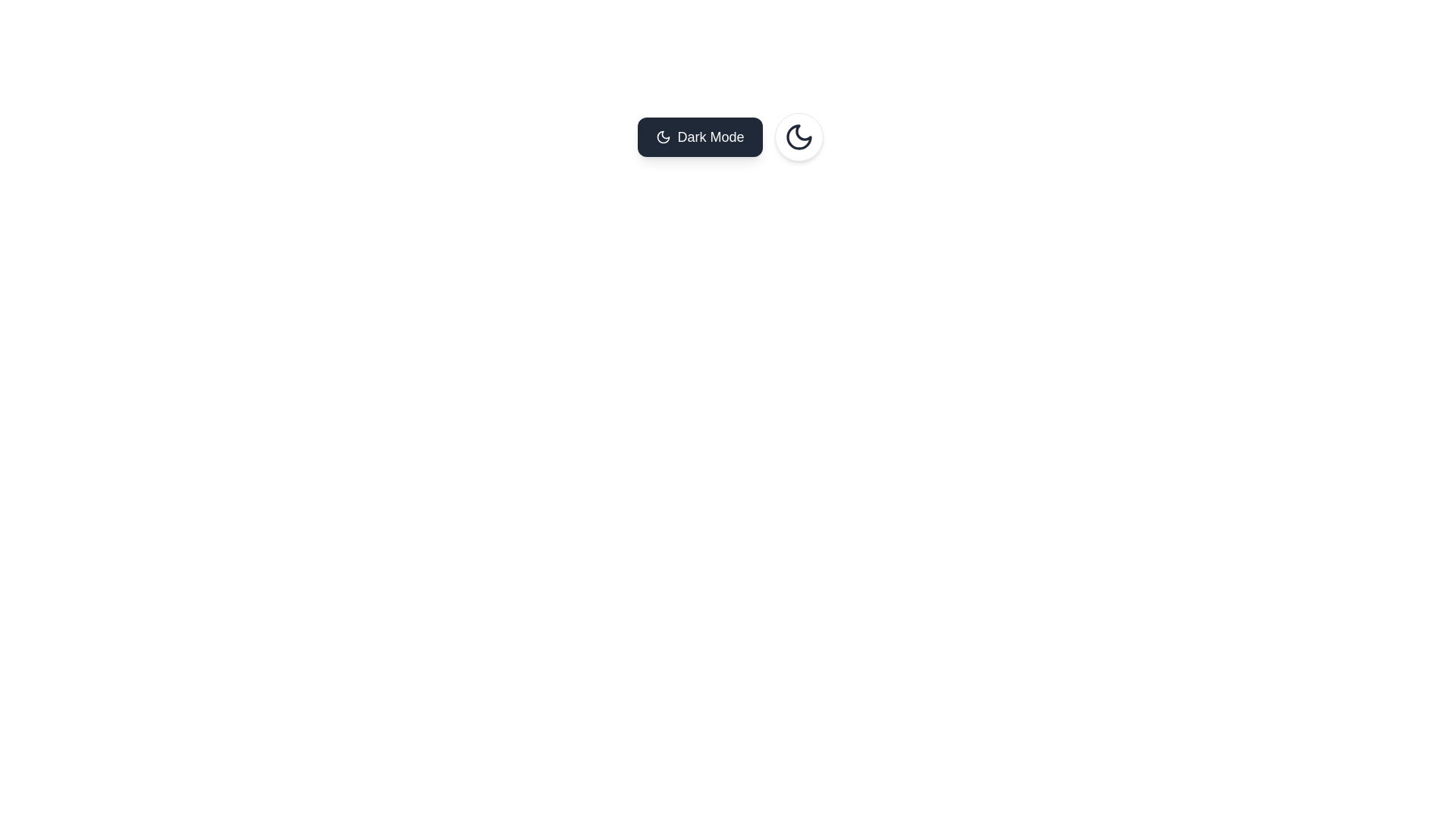 The height and width of the screenshot is (819, 1456). I want to click on the crescent moon icon located in the top-right corner of the interface, so click(798, 137).